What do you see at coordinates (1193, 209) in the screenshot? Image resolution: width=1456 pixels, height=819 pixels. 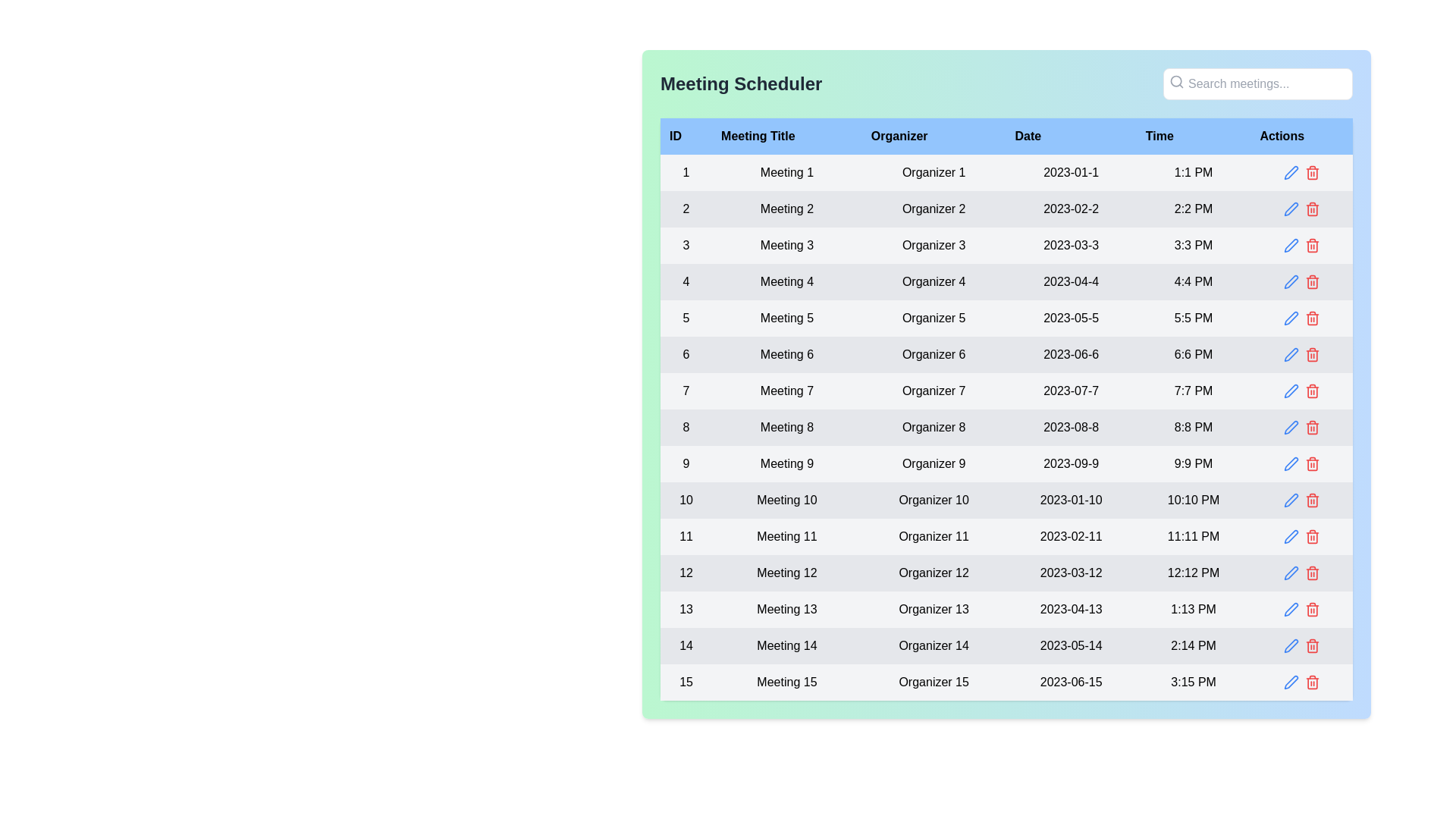 I see `the text label displaying the time '2:2 PM' in the fifth column of the second row of the table aligned with the 'Time' header` at bounding box center [1193, 209].